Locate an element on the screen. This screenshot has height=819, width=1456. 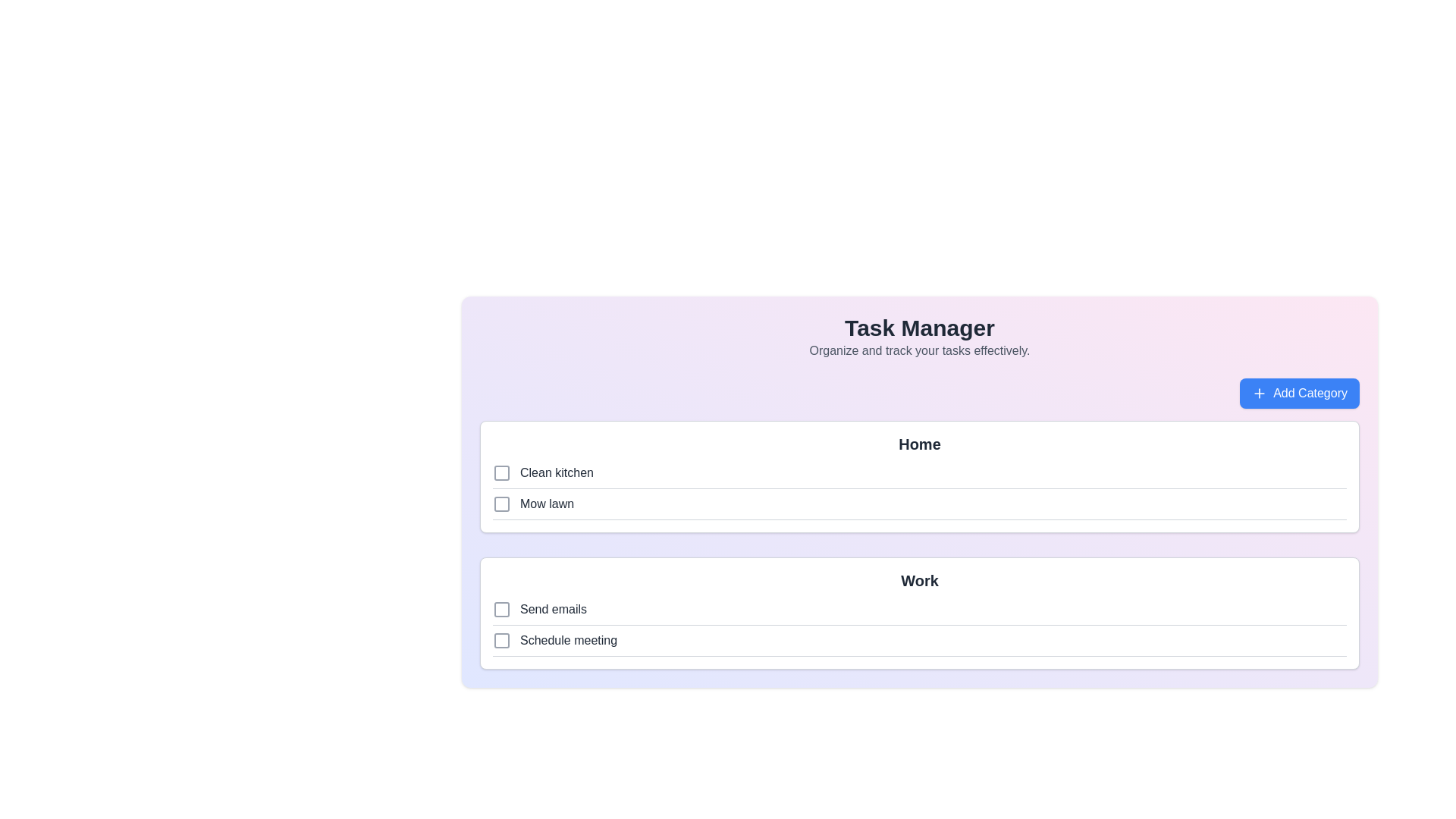
the Checkbox indicator (SVG-based) located in the first row of the 'Home' category, positioned before the text 'Clean kitchen' is located at coordinates (502, 472).